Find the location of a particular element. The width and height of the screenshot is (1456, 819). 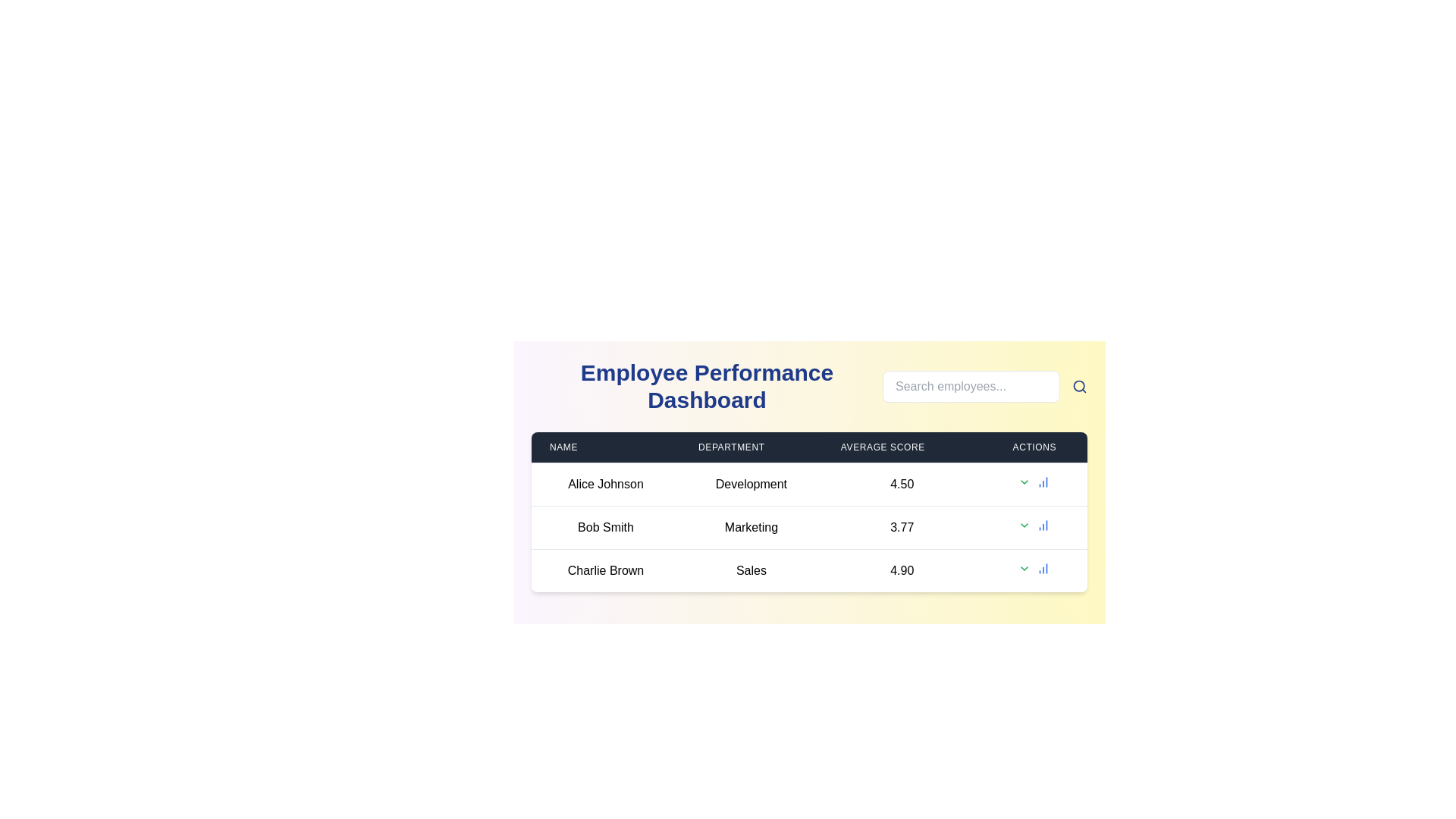

the action control group icon for the 'Charlie Brown' entry in the table is located at coordinates (1034, 568).